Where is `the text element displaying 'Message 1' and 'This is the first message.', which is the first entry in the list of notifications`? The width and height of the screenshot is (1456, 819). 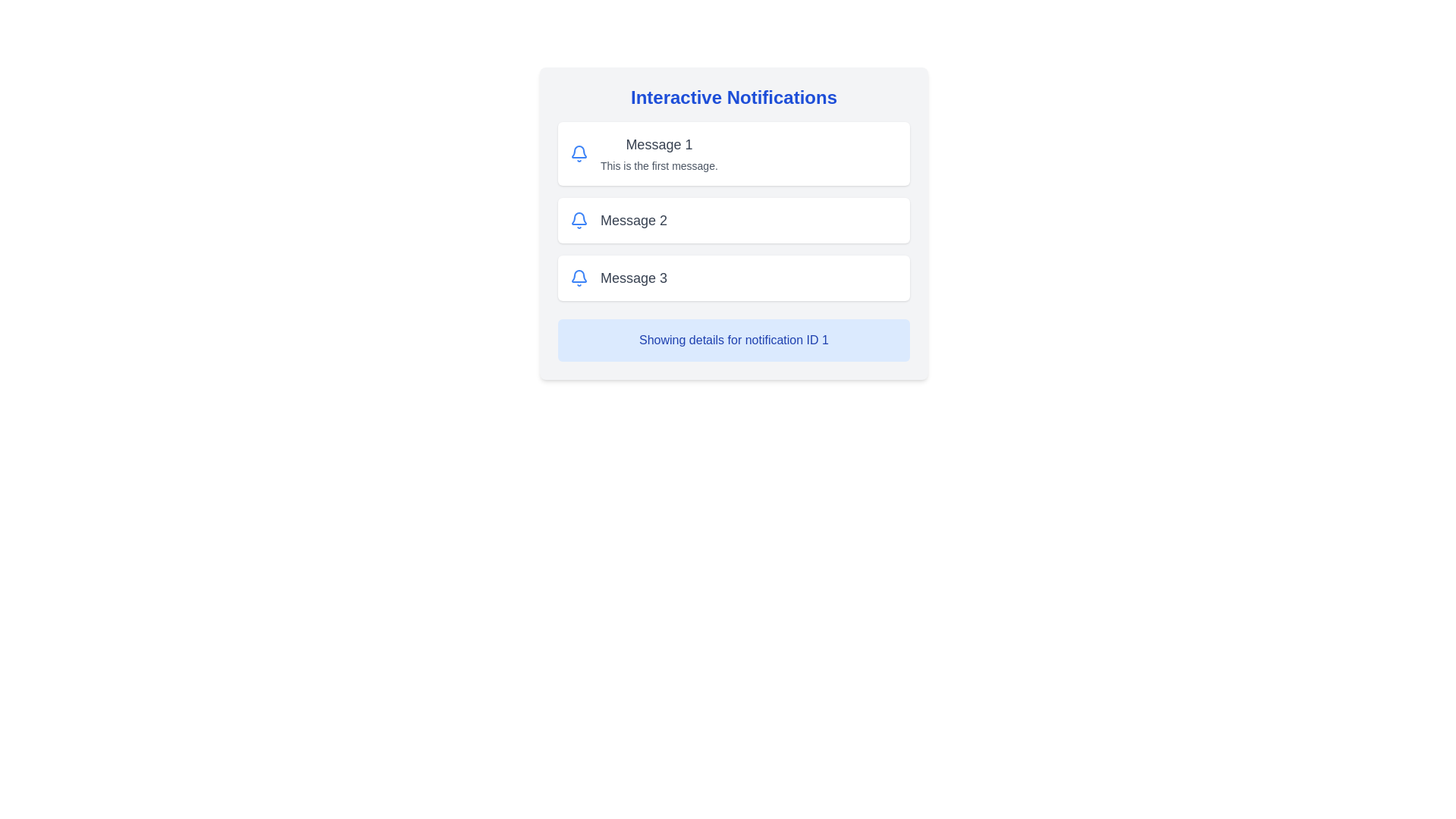
the text element displaying 'Message 1' and 'This is the first message.', which is the first entry in the list of notifications is located at coordinates (659, 154).